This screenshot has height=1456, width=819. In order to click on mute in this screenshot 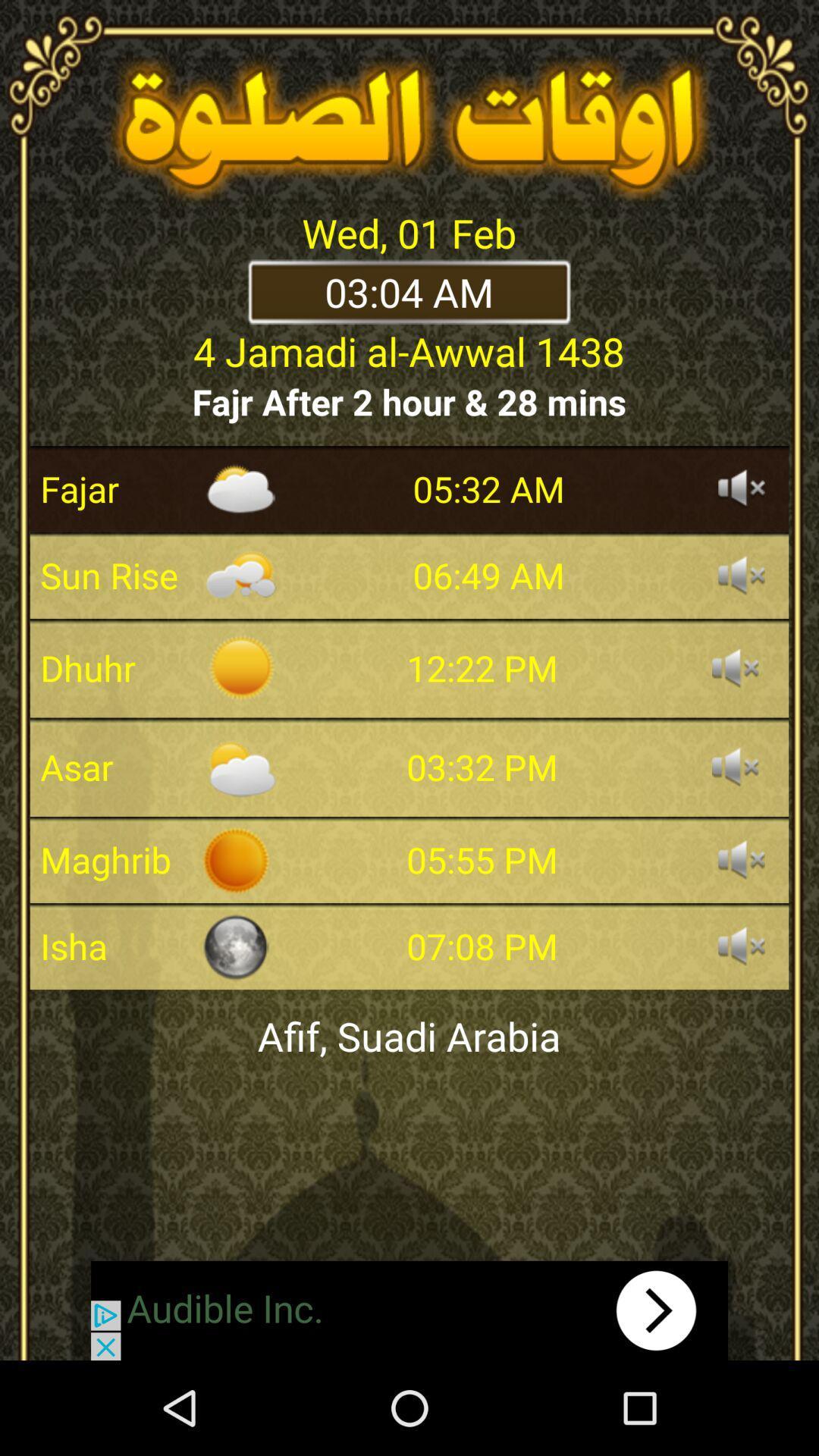, I will do `click(741, 859)`.